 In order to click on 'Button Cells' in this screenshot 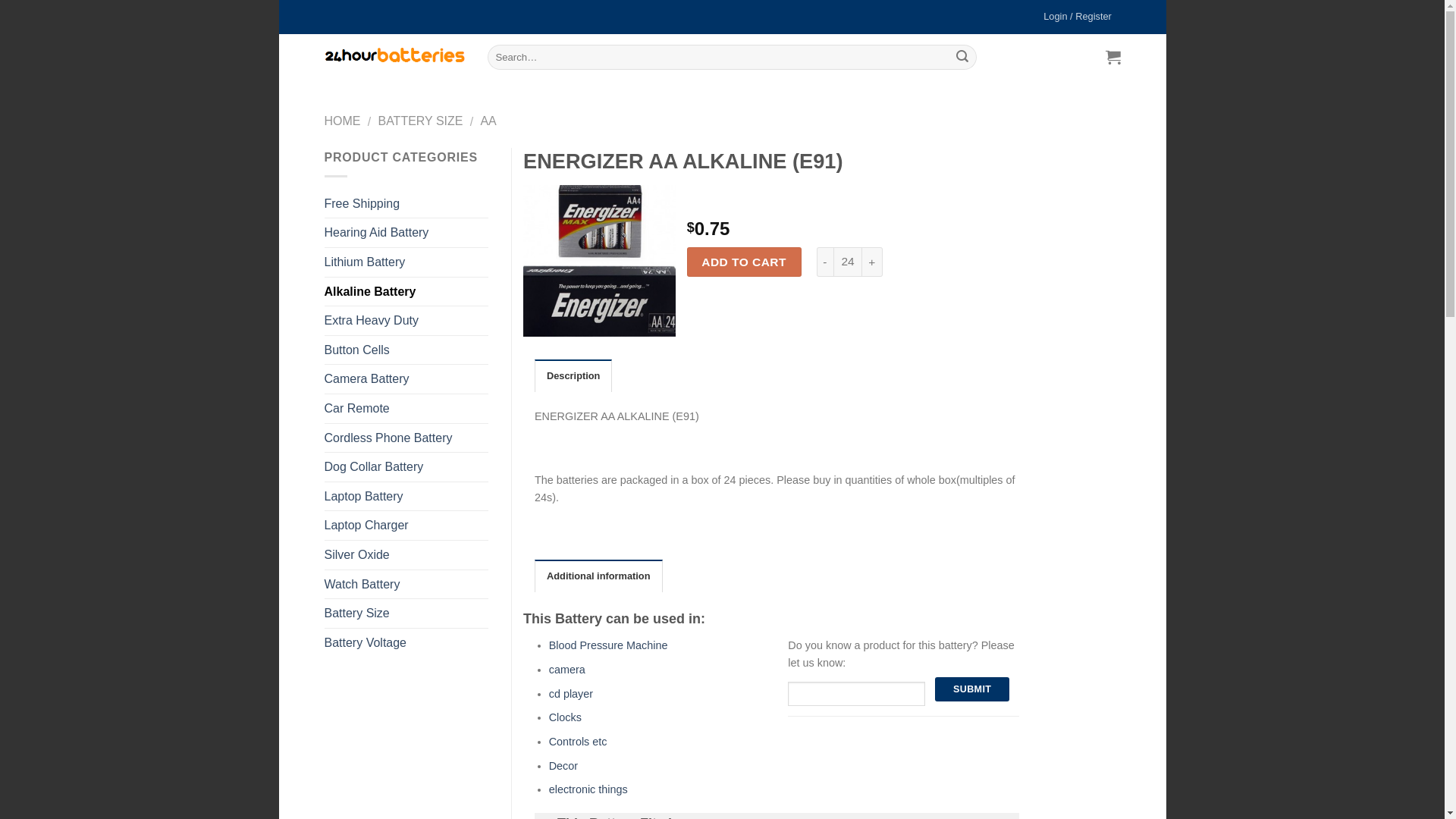, I will do `click(406, 350)`.